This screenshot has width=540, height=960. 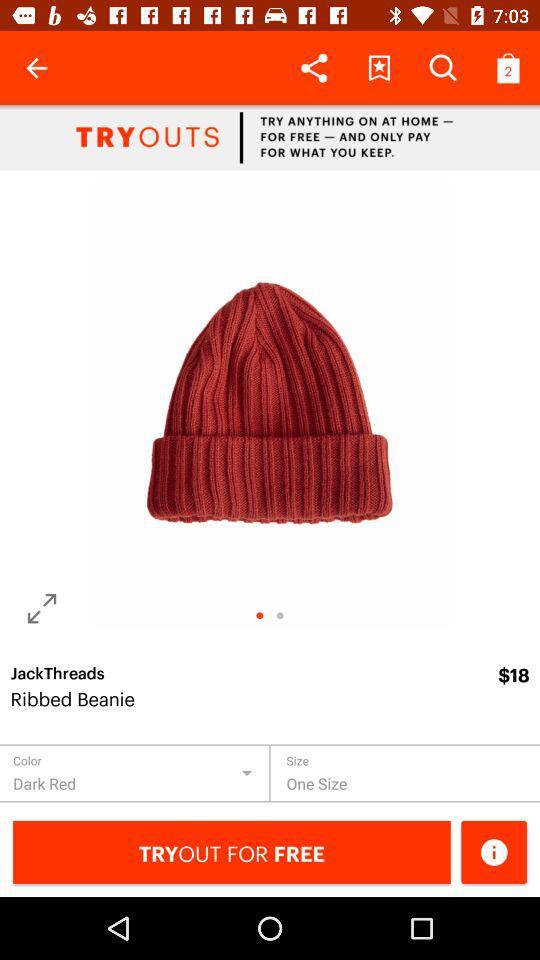 I want to click on the info icon, so click(x=493, y=851).